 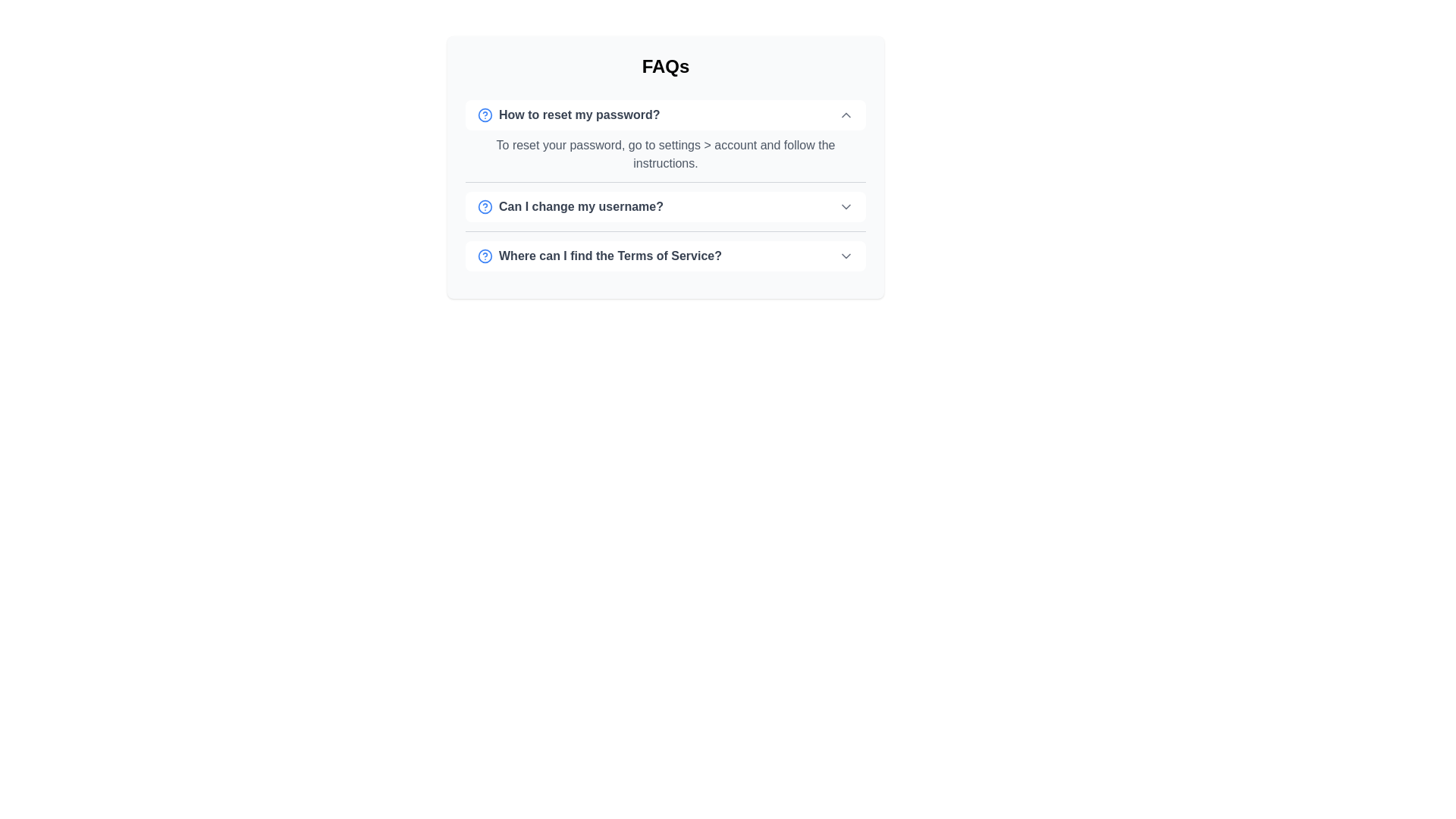 I want to click on the chevron icon, so click(x=846, y=256).